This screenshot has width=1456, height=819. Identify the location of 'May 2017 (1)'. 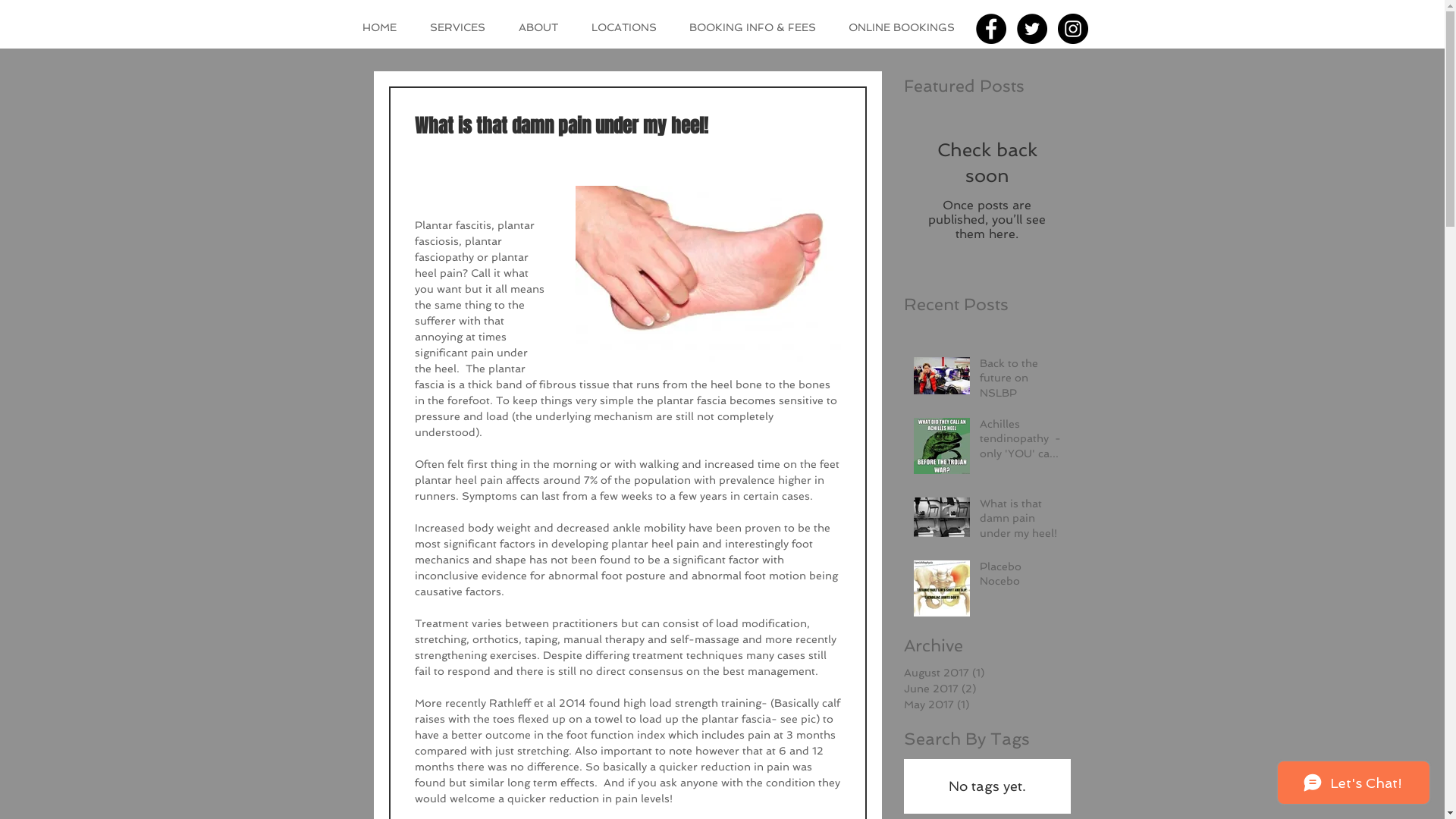
(983, 704).